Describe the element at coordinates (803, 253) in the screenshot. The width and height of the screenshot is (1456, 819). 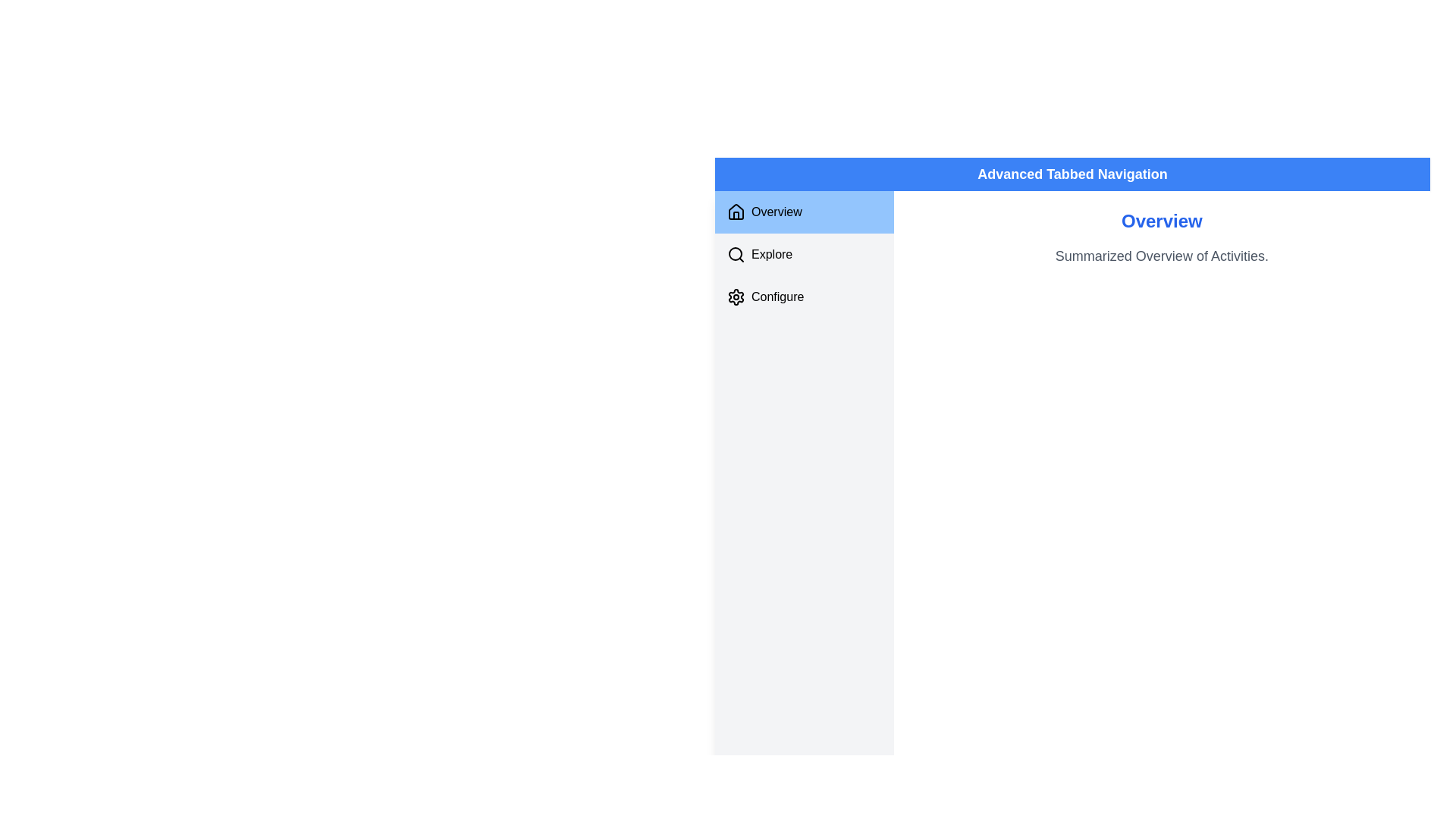
I see `the 'Explore' button located in the vertical navigation list of the sidebar panel to change its background color` at that location.